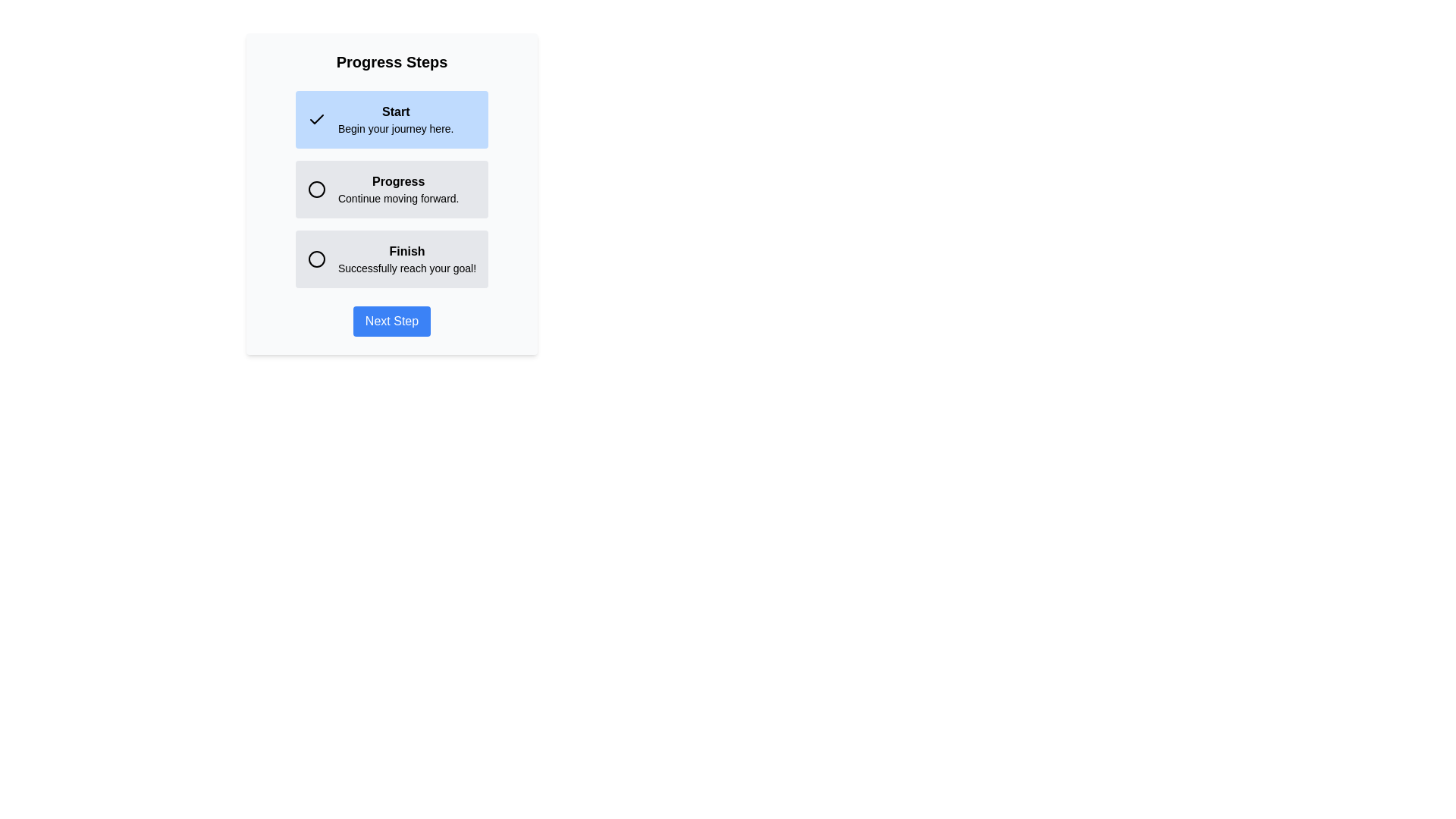 The image size is (1456, 819). Describe the element at coordinates (407, 250) in the screenshot. I see `the 'Finish' text label, which is a bold rectangular label with a darker background, centrally aligned within the bottommost step box of the progress steps` at that location.